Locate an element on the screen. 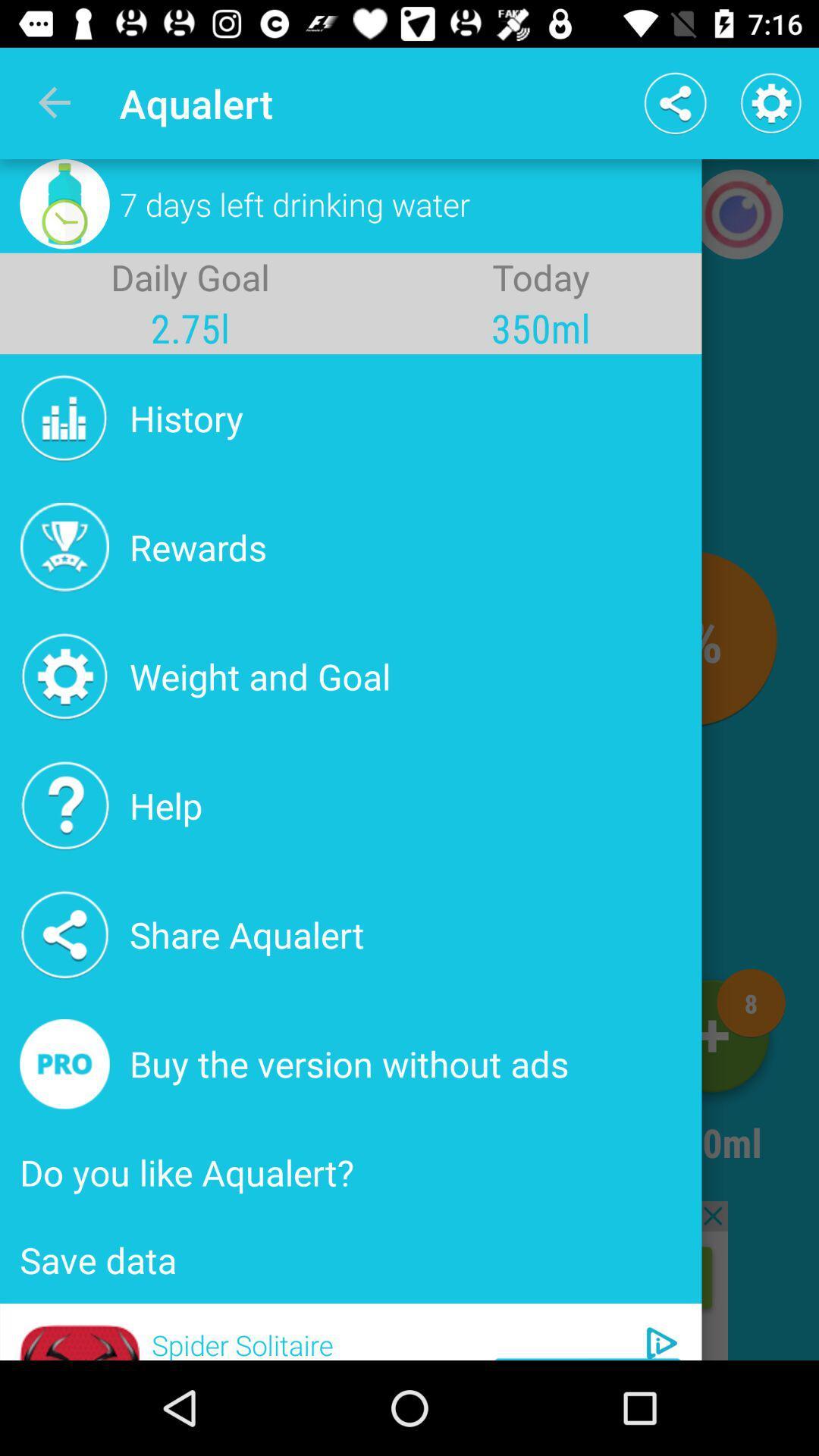  the photo icon is located at coordinates (737, 213).